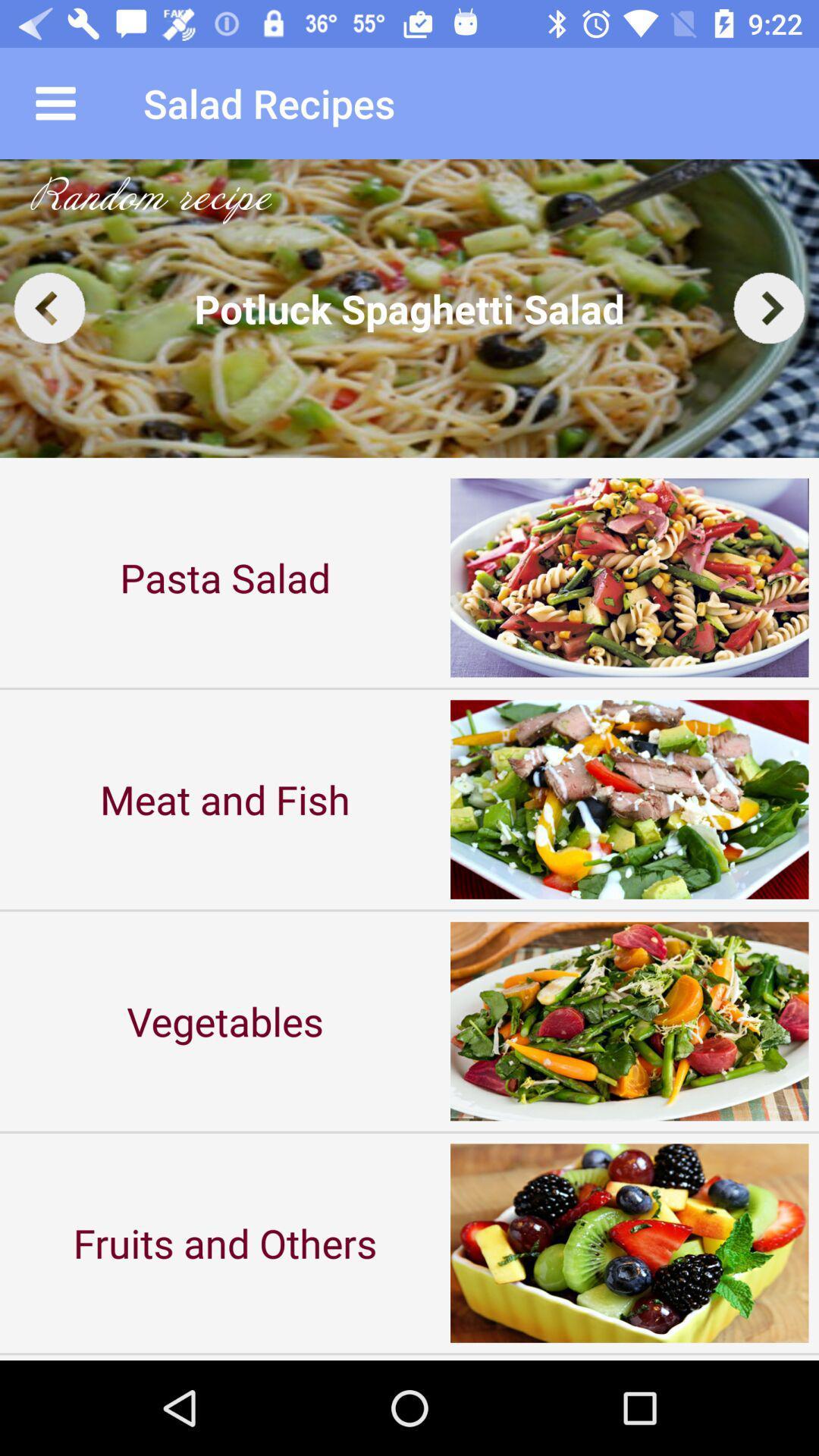 This screenshot has width=819, height=1456. What do you see at coordinates (225, 576) in the screenshot?
I see `pasta salad icon` at bounding box center [225, 576].